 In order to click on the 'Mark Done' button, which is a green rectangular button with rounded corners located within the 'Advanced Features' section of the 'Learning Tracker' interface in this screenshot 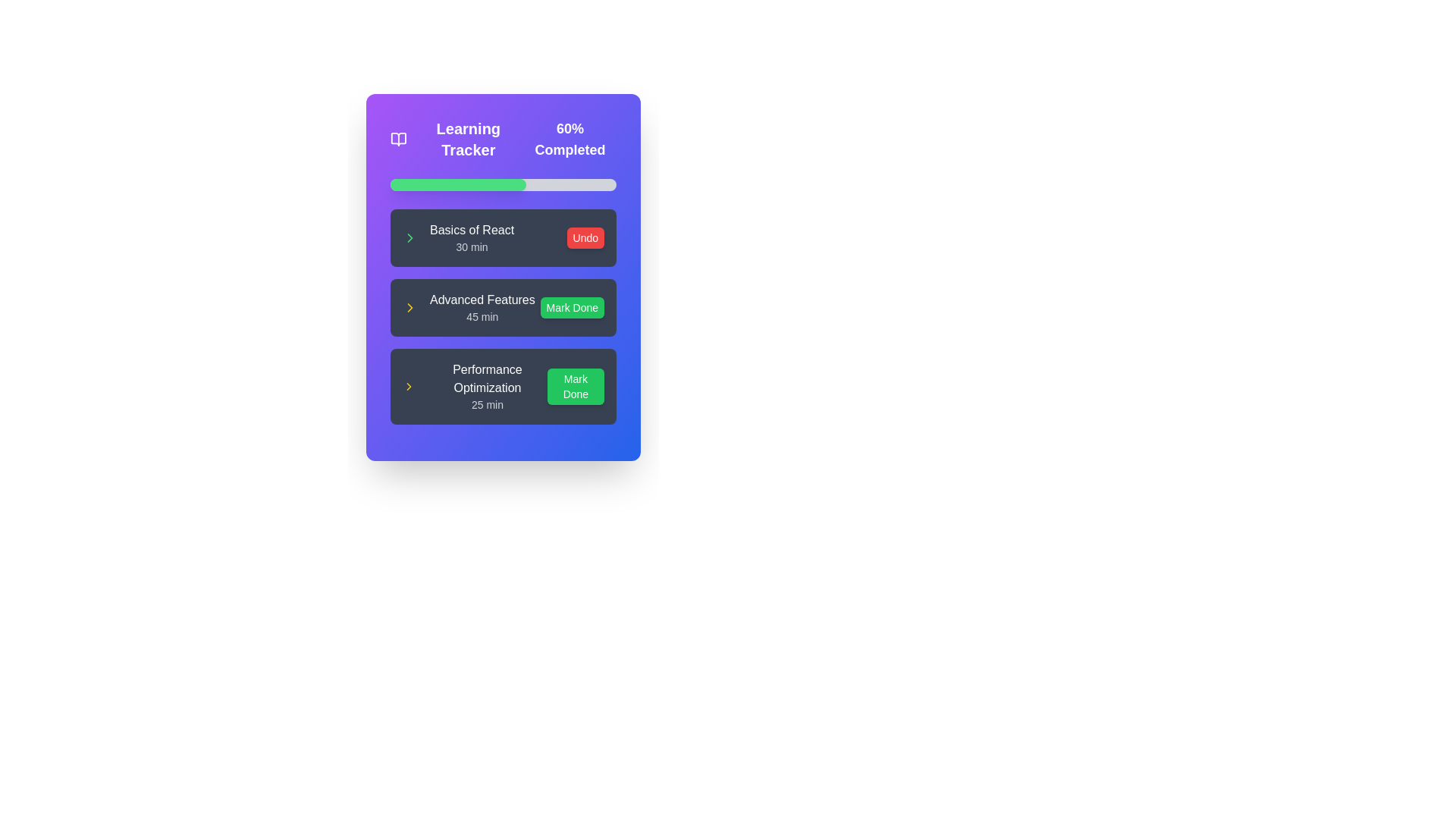, I will do `click(571, 307)`.